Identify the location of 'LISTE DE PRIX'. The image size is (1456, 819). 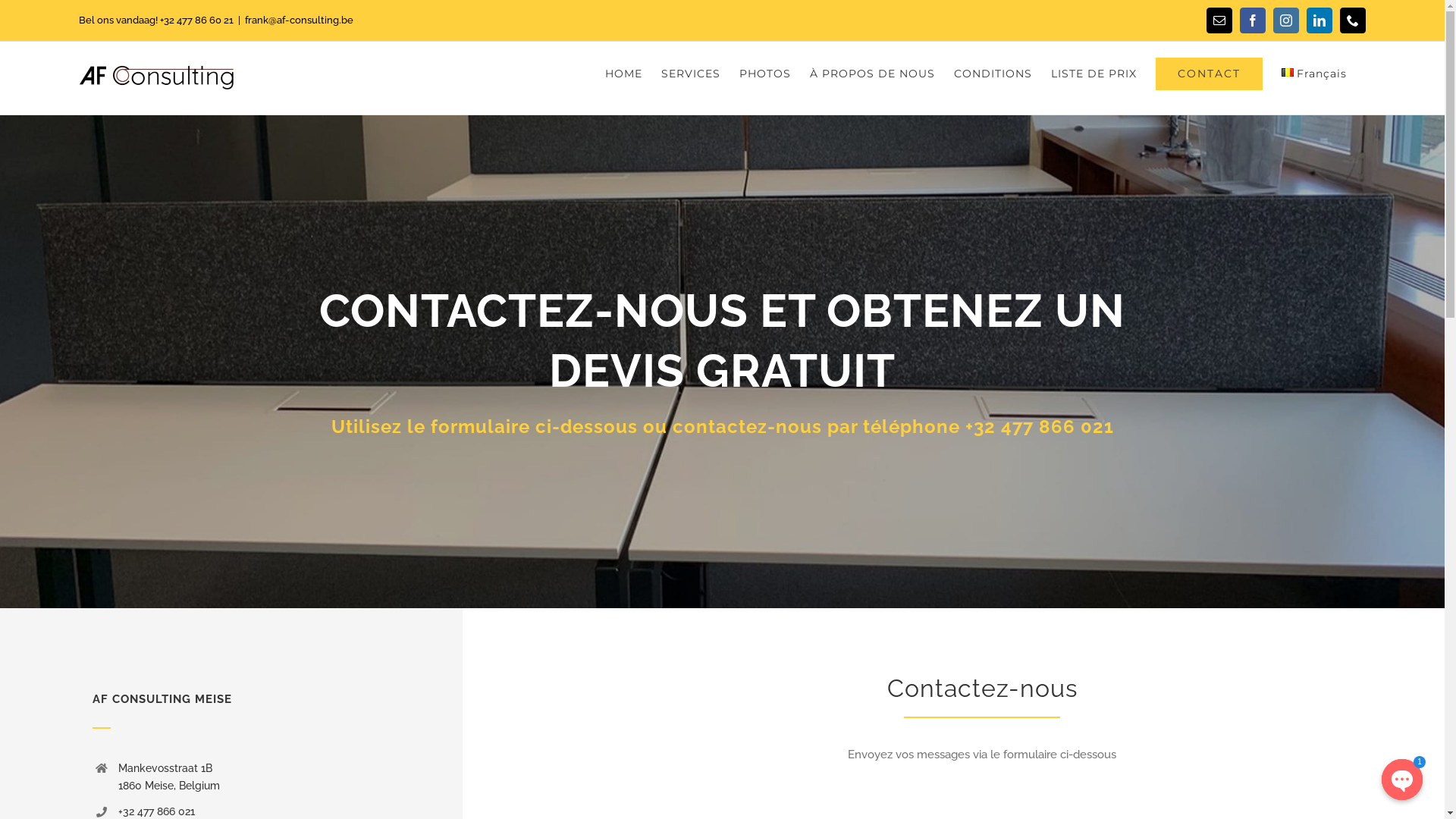
(1094, 73).